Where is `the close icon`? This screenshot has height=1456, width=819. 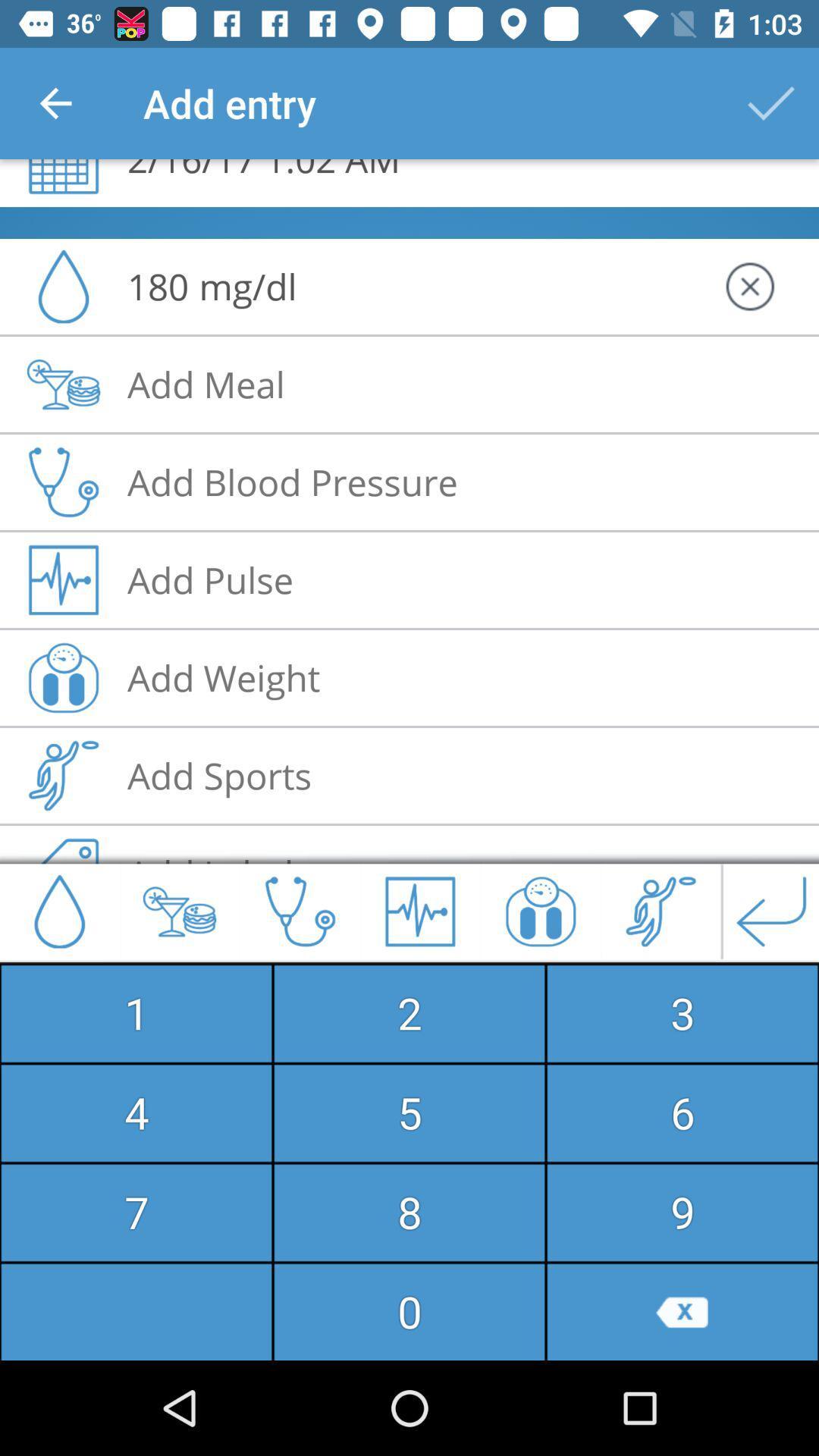
the close icon is located at coordinates (748, 287).